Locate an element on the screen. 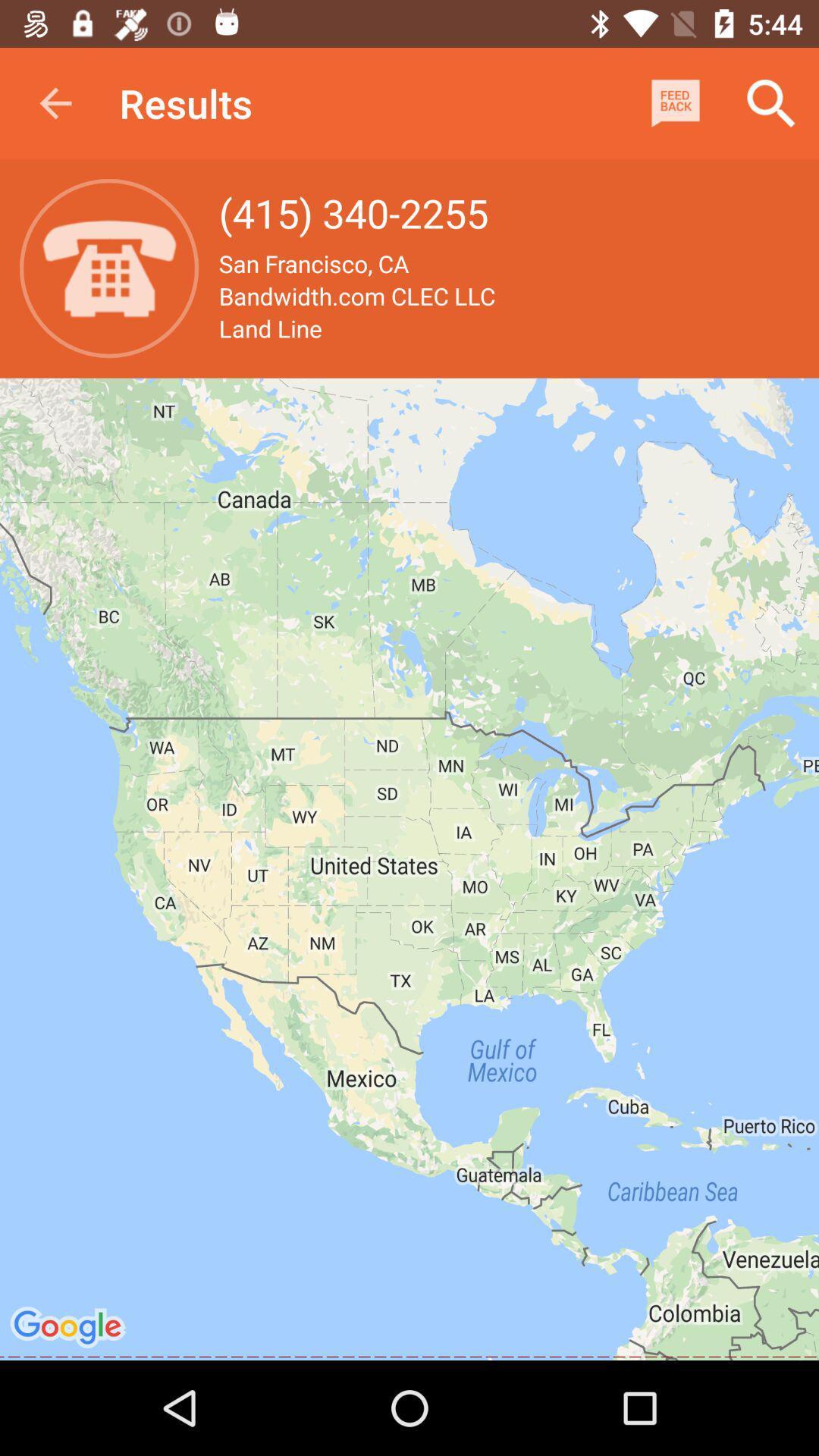 This screenshot has height=1456, width=819. the app next to the results item is located at coordinates (675, 102).